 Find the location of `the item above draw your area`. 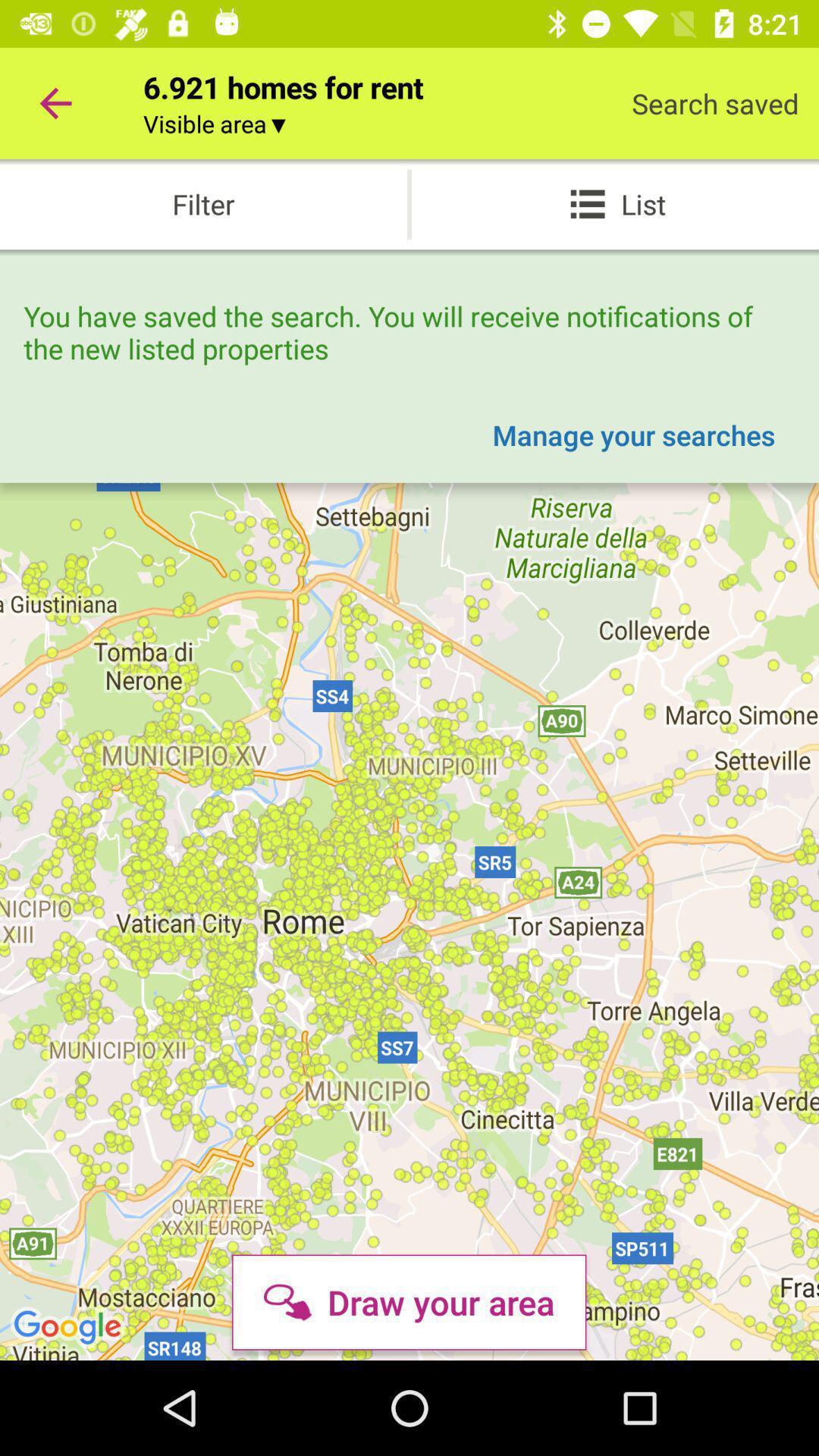

the item above draw your area is located at coordinates (633, 434).